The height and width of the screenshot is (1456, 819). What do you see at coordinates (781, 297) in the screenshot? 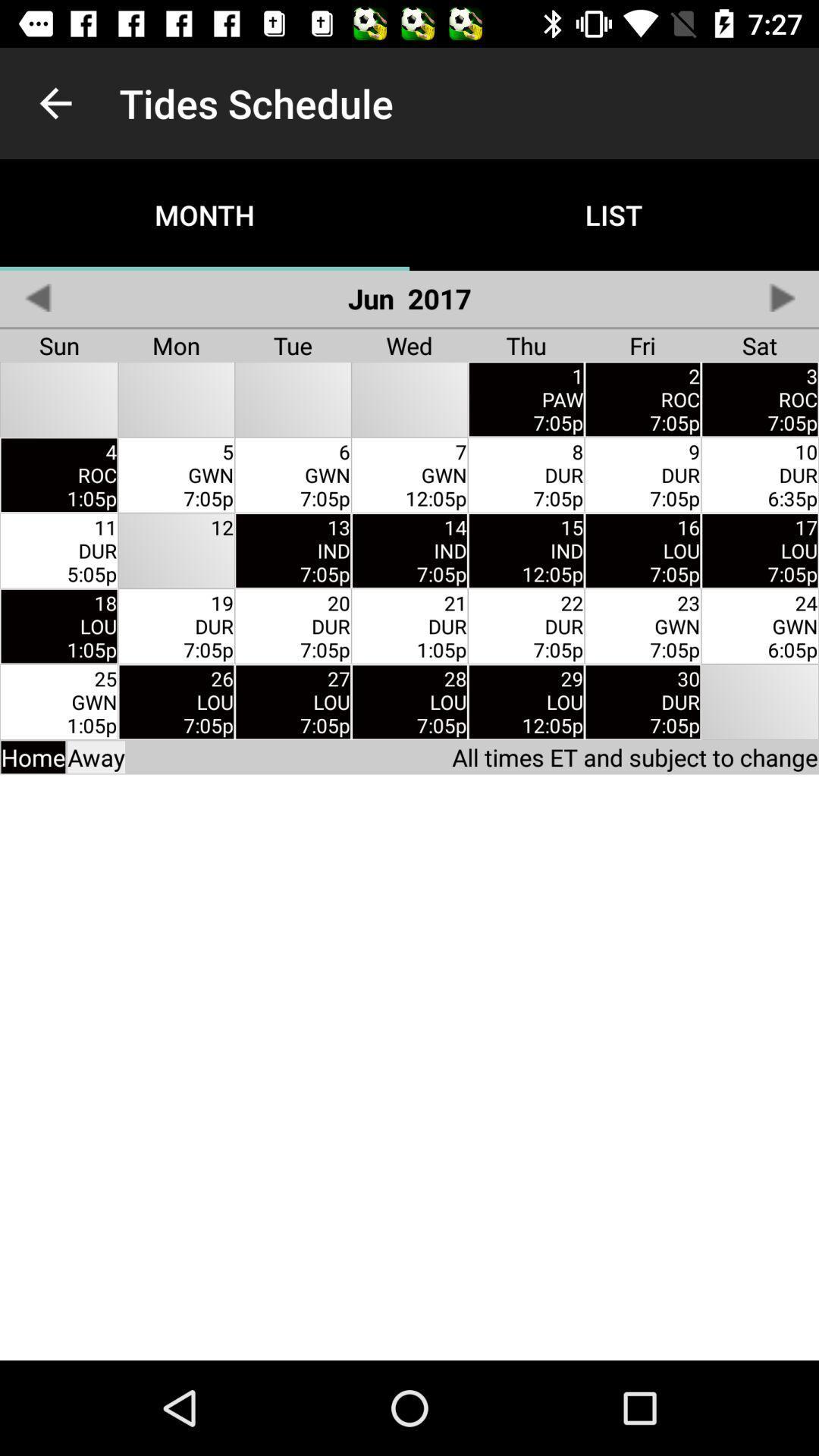
I see `item to the right of list app` at bounding box center [781, 297].